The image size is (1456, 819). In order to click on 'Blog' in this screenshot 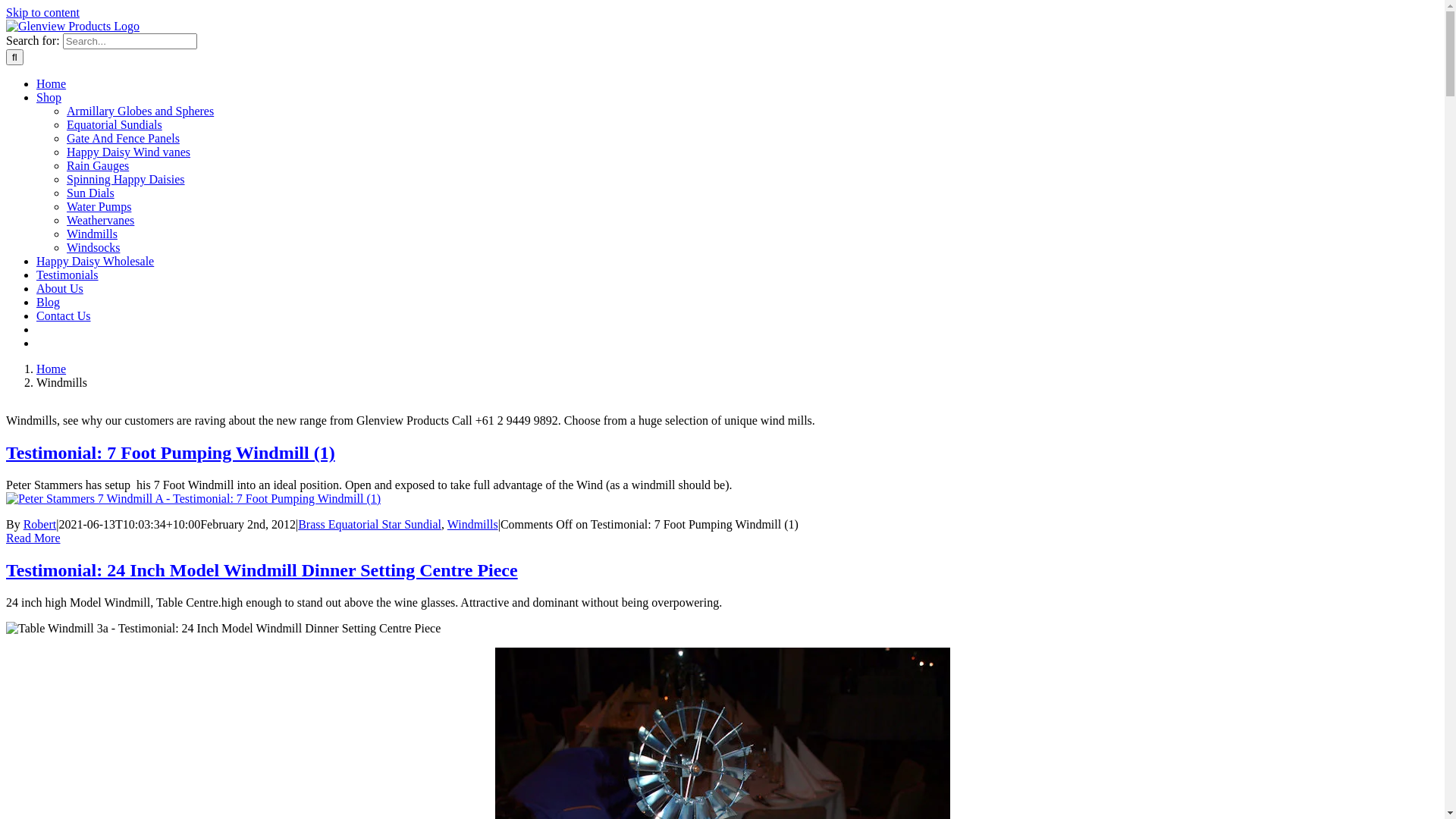, I will do `click(48, 302)`.